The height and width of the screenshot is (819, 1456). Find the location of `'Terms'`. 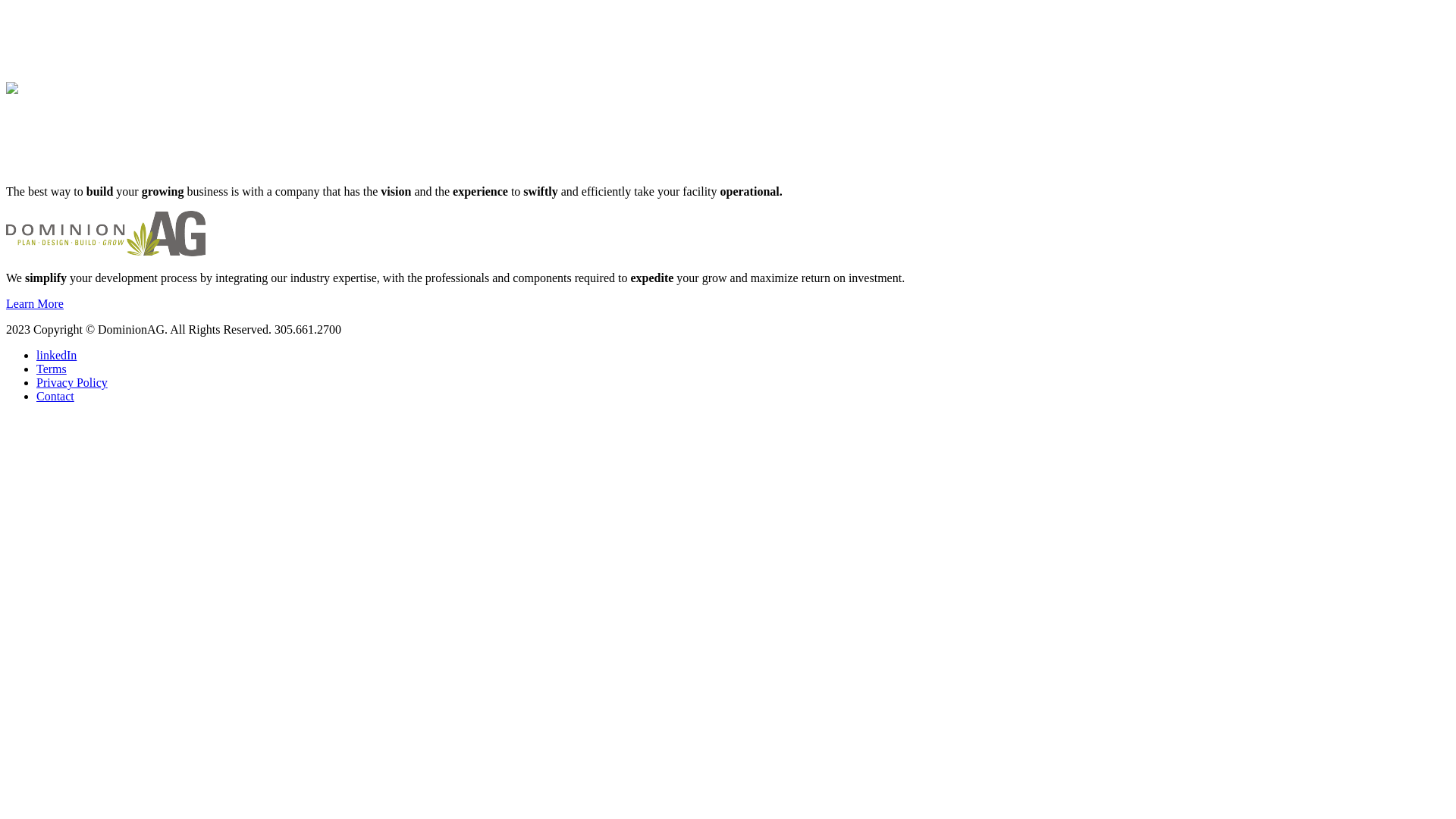

'Terms' is located at coordinates (51, 369).